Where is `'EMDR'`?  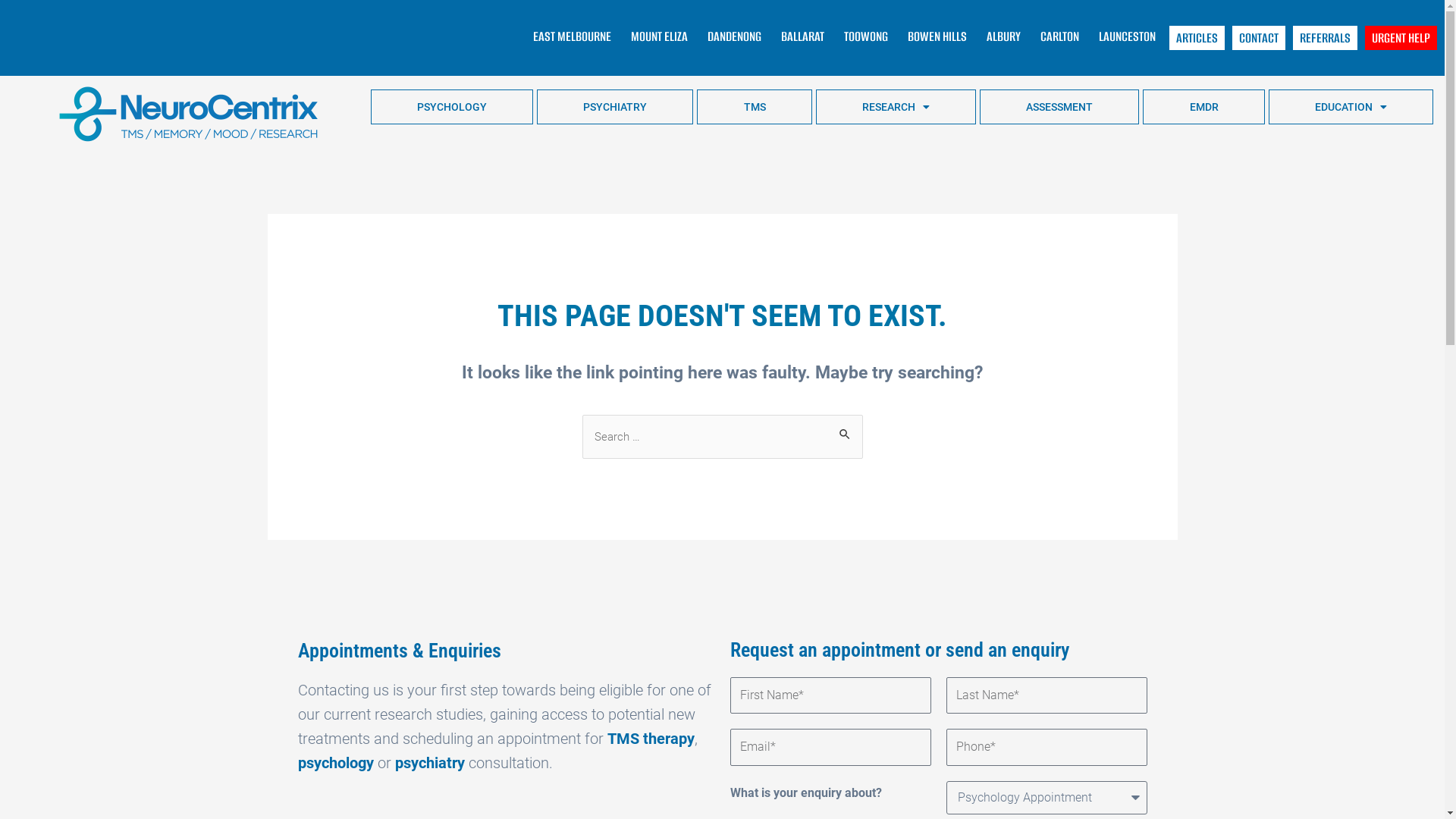
'EMDR' is located at coordinates (1203, 106).